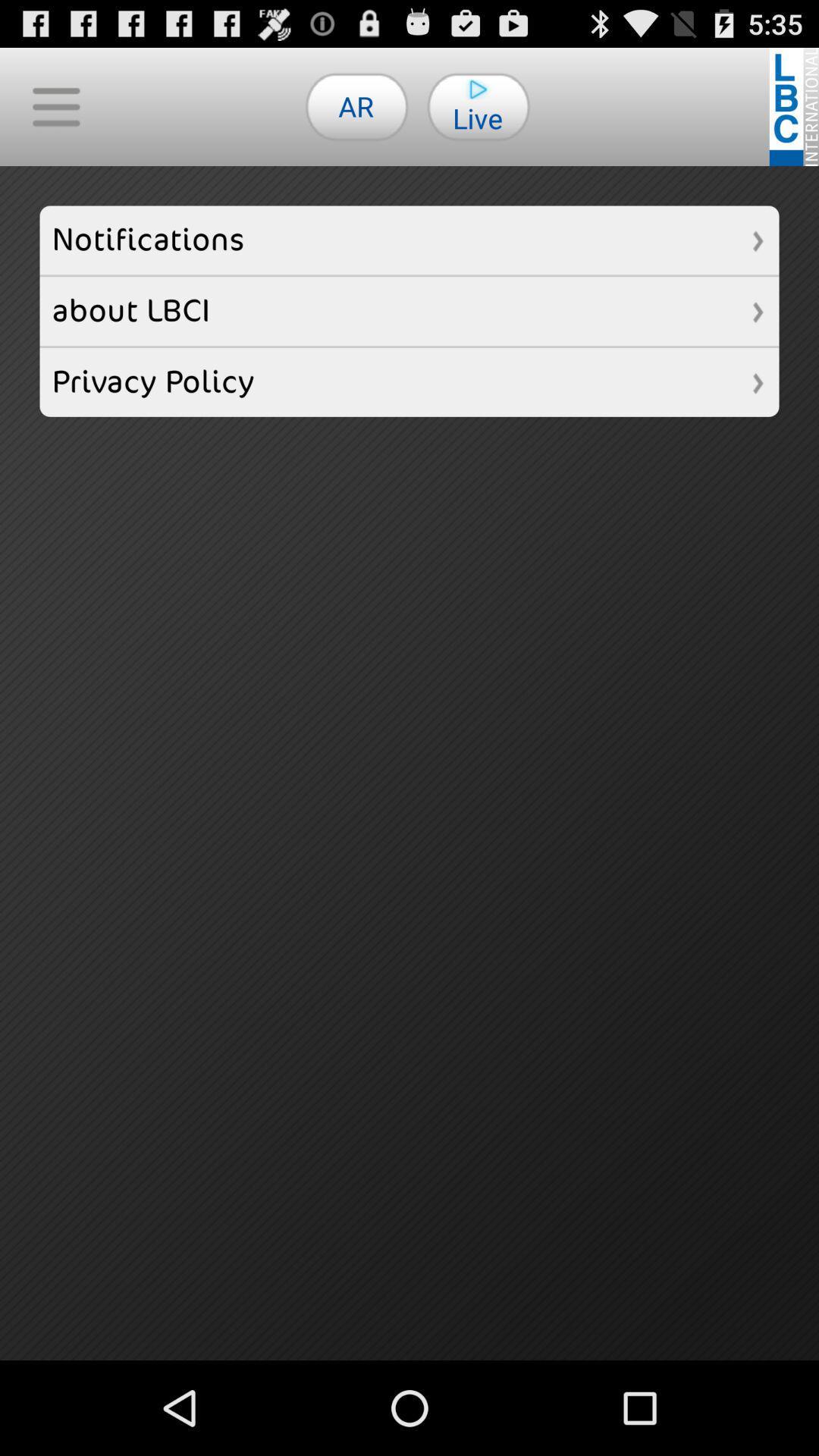  Describe the element at coordinates (55, 105) in the screenshot. I see `the item to the left of the ar item` at that location.